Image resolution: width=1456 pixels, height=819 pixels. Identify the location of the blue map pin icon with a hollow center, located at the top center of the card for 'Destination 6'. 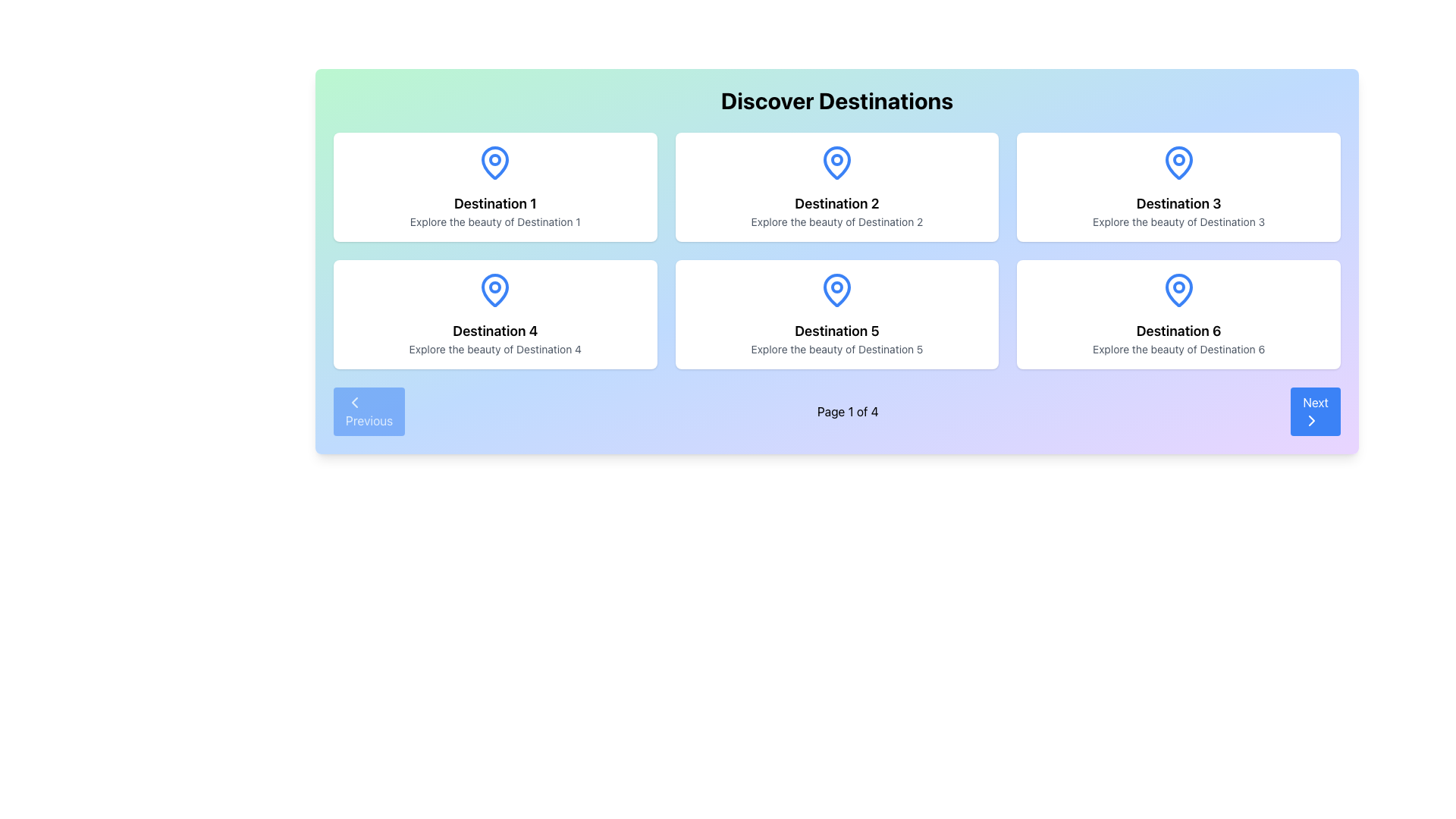
(1178, 290).